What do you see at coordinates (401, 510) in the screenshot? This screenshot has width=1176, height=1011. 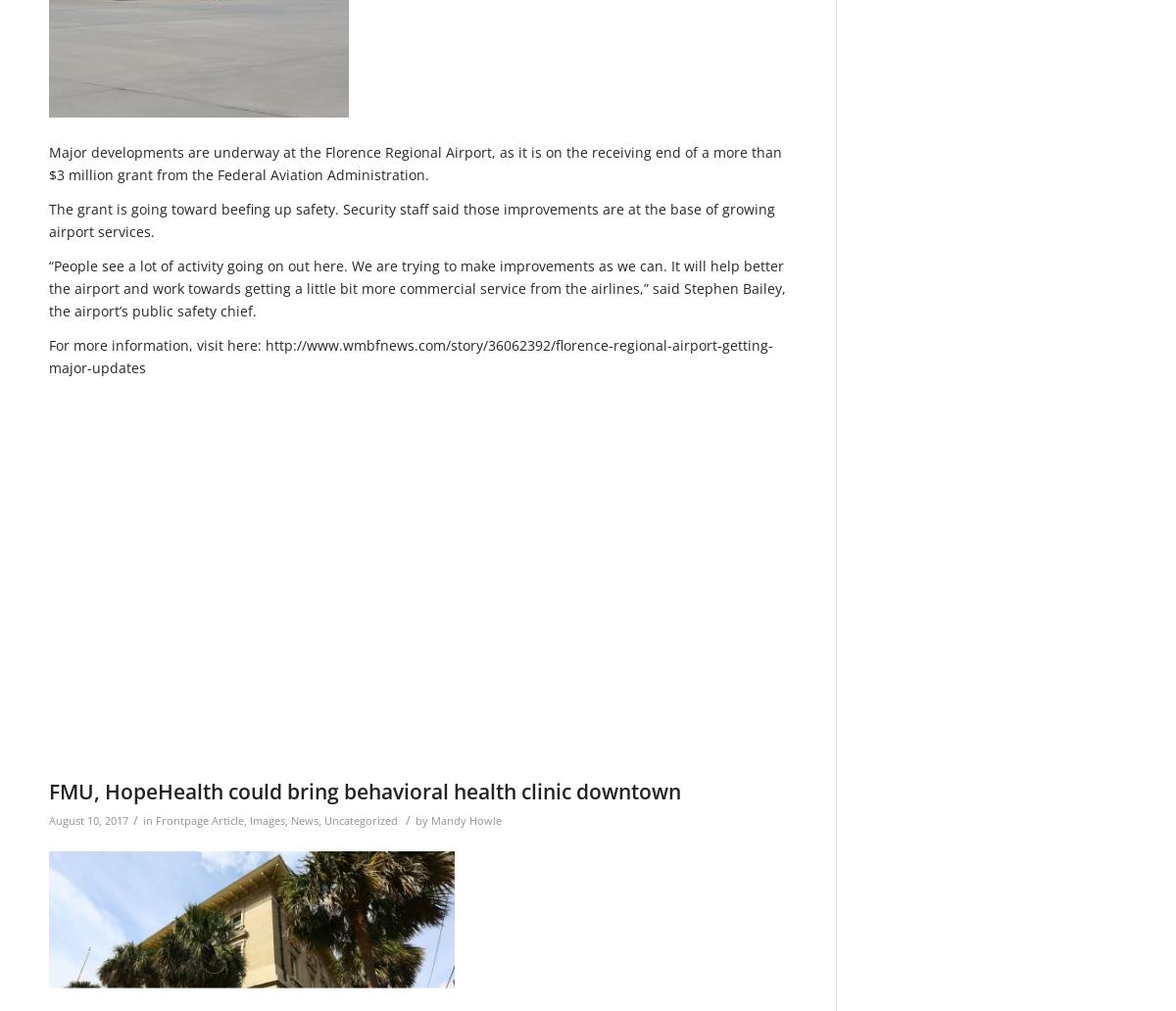 I see `'/wp-content/uploads/2015/11/Web-redesign-300x121.png'` at bounding box center [401, 510].